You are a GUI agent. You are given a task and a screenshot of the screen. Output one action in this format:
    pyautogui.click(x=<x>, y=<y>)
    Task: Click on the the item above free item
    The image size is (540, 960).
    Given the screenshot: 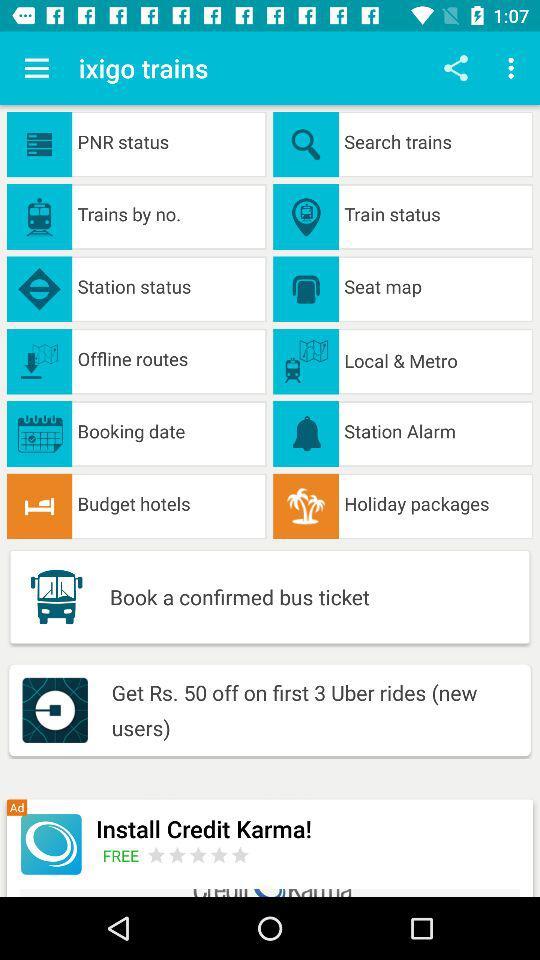 What is the action you would take?
    pyautogui.click(x=308, y=828)
    